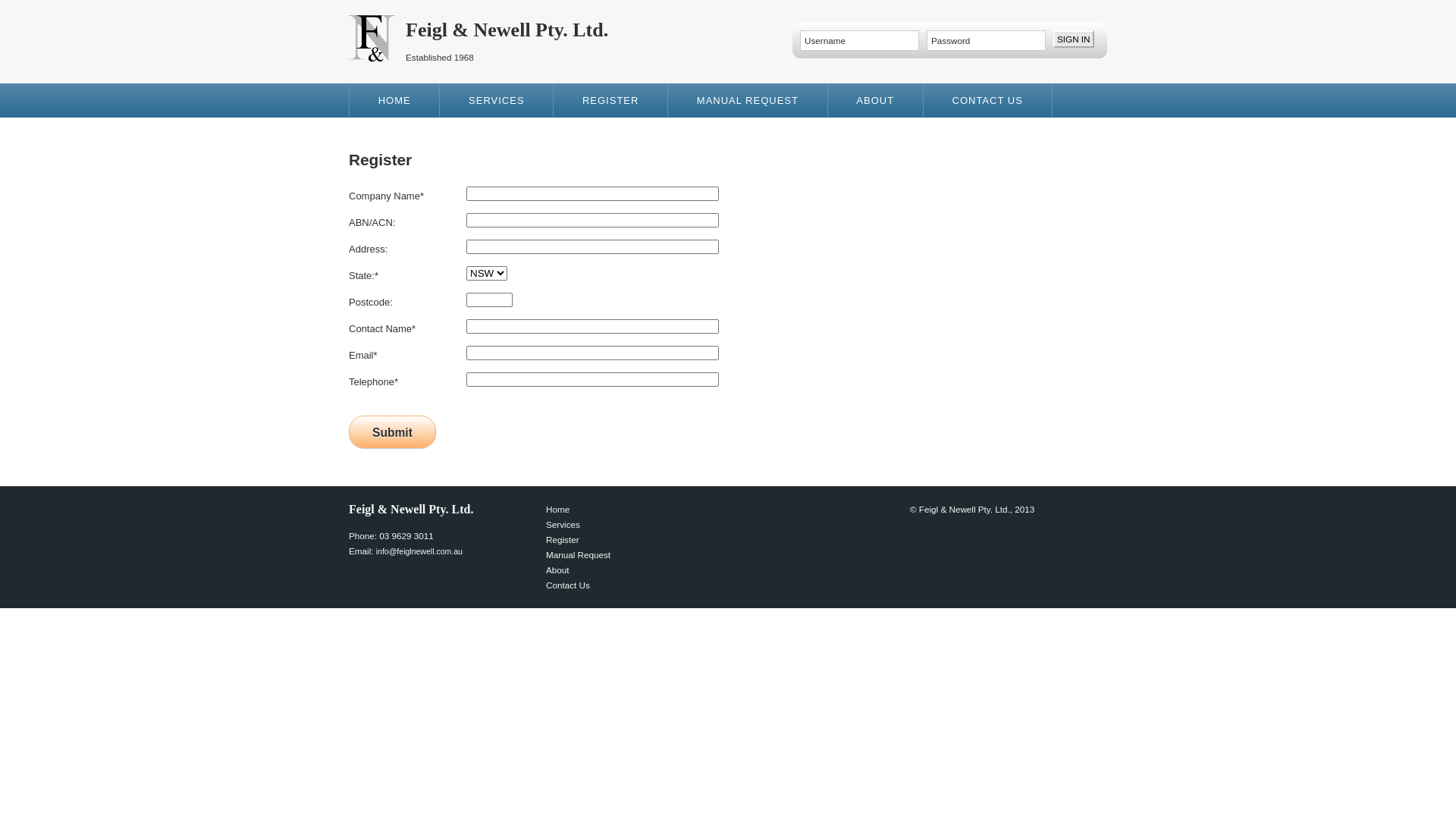  What do you see at coordinates (562, 523) in the screenshot?
I see `'Services'` at bounding box center [562, 523].